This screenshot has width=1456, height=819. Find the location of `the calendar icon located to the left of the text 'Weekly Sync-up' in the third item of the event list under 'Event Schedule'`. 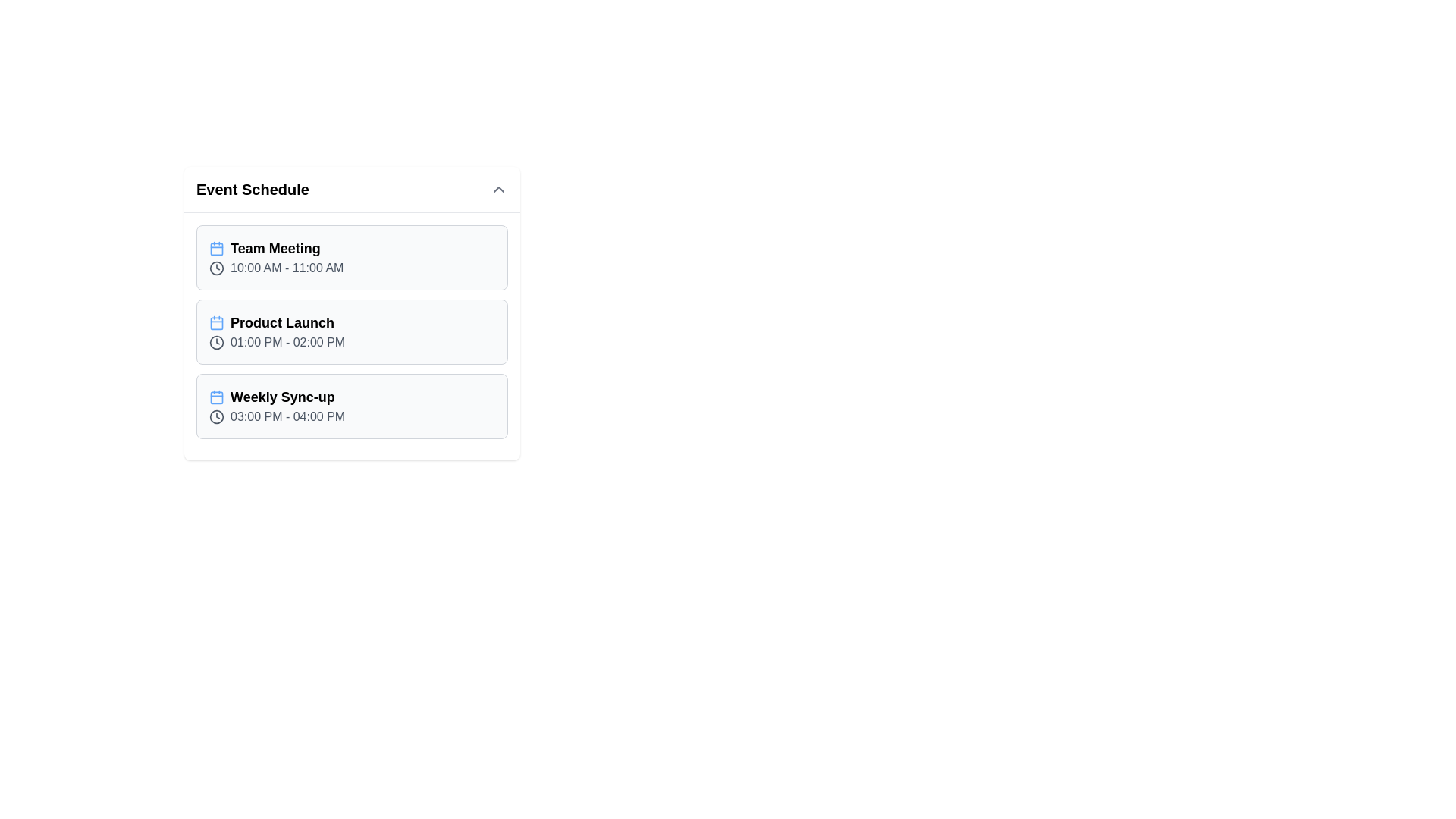

the calendar icon located to the left of the text 'Weekly Sync-up' in the third item of the event list under 'Event Schedule' is located at coordinates (216, 397).